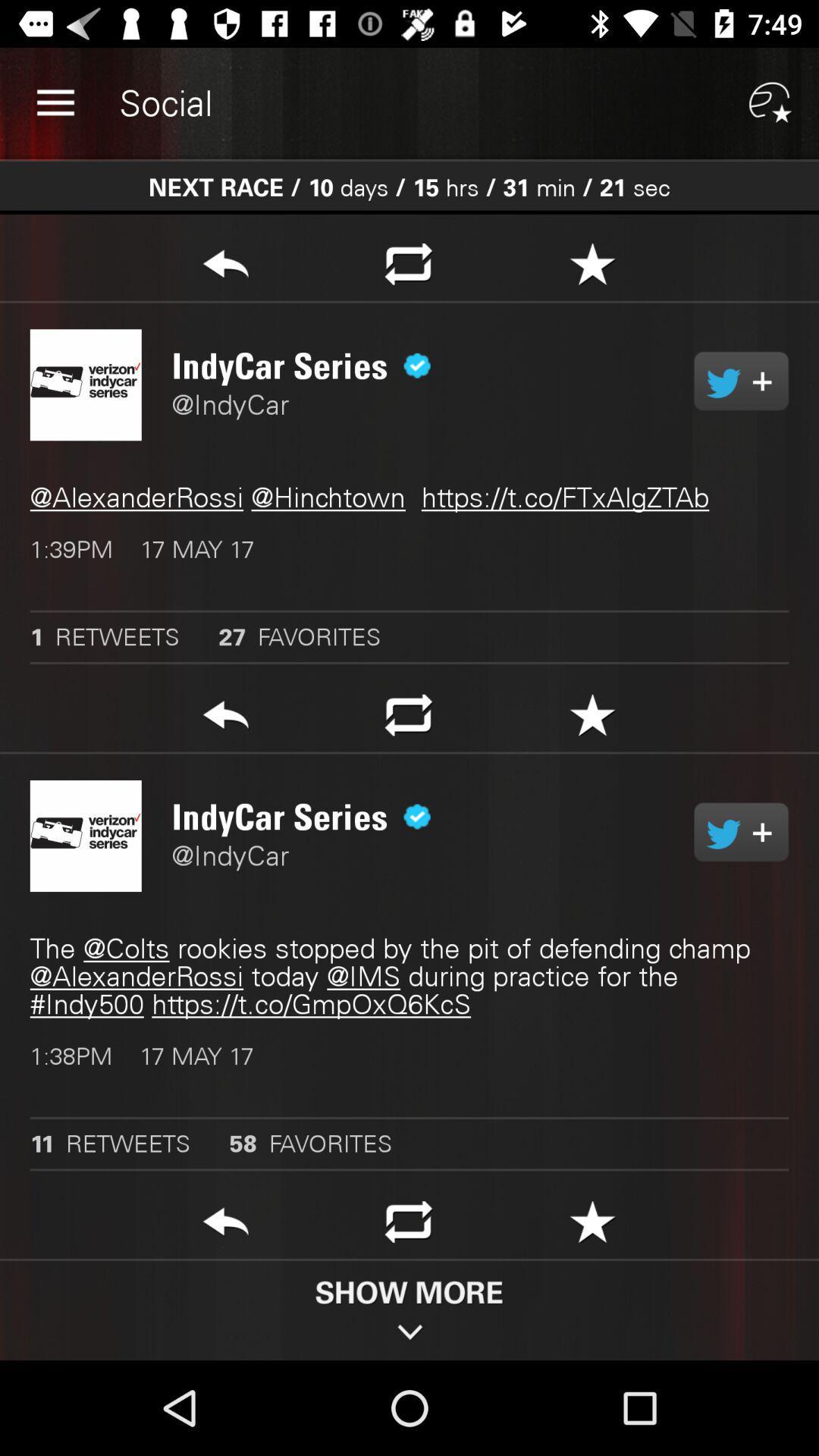  Describe the element at coordinates (740, 831) in the screenshot. I see `adds a tweet` at that location.